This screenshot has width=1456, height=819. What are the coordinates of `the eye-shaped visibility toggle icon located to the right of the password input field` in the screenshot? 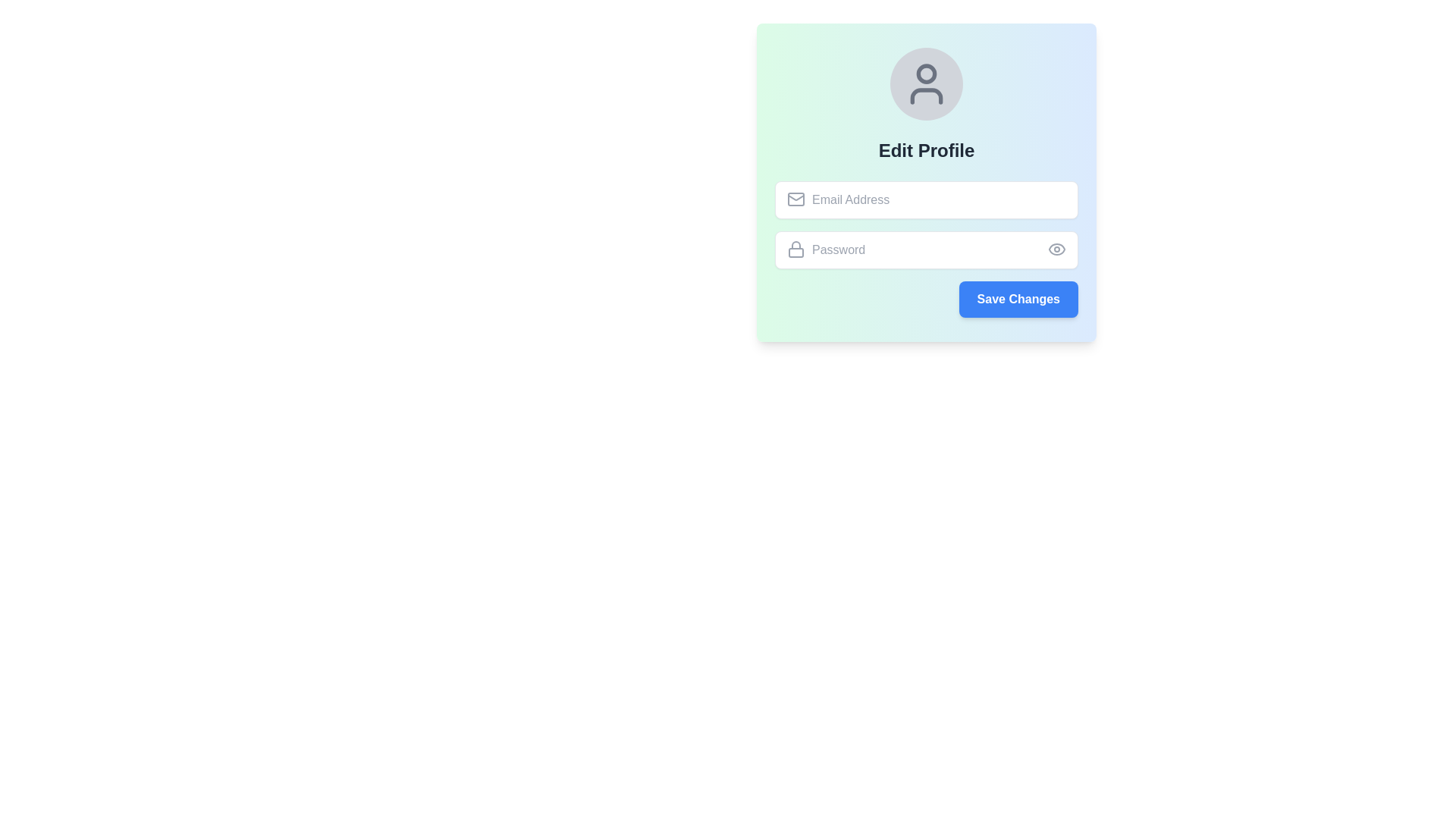 It's located at (1056, 248).